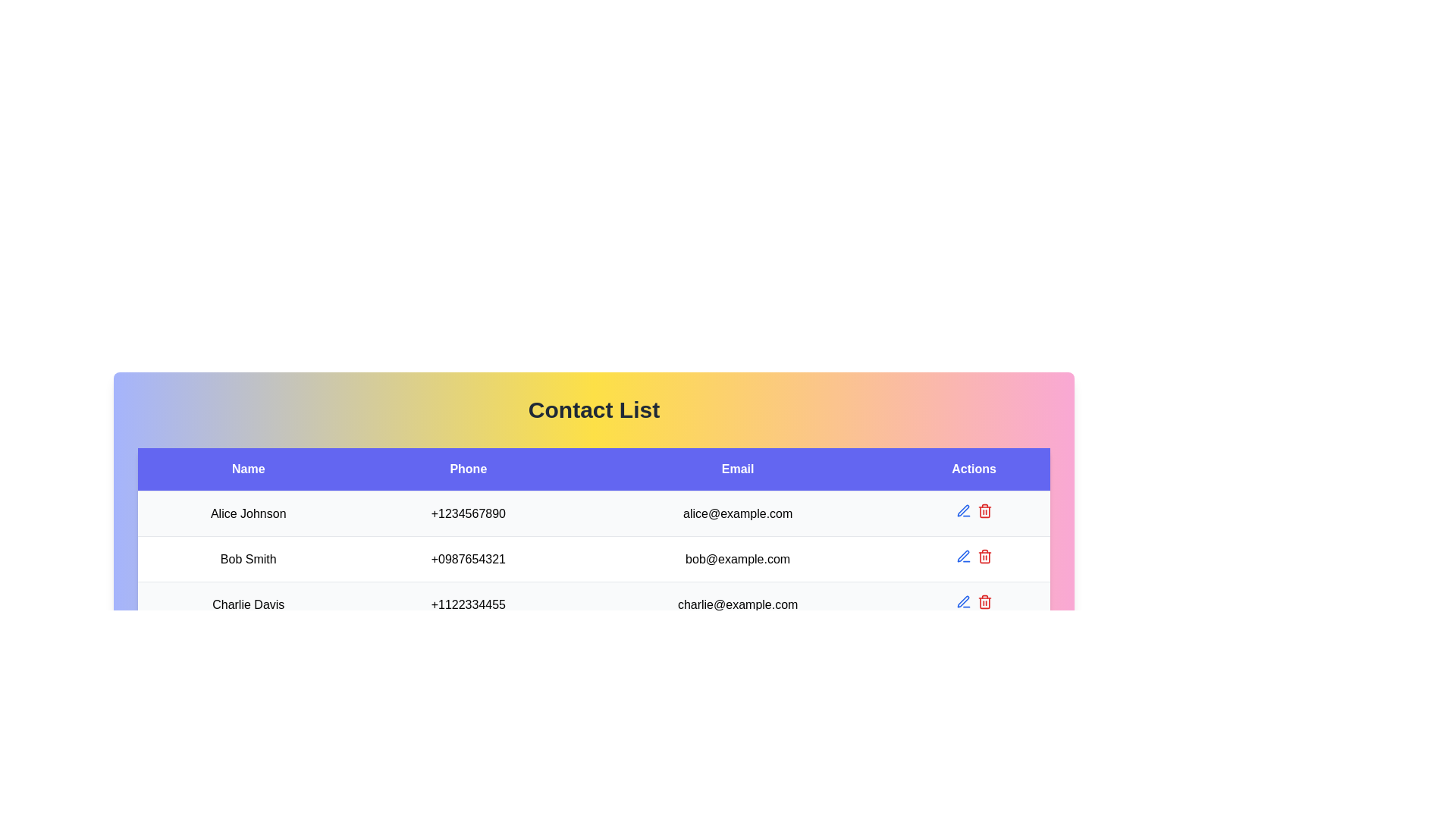 This screenshot has height=819, width=1456. I want to click on the delete icon located in the 'Actions' column for the contact 'Alice Johnson', so click(984, 511).